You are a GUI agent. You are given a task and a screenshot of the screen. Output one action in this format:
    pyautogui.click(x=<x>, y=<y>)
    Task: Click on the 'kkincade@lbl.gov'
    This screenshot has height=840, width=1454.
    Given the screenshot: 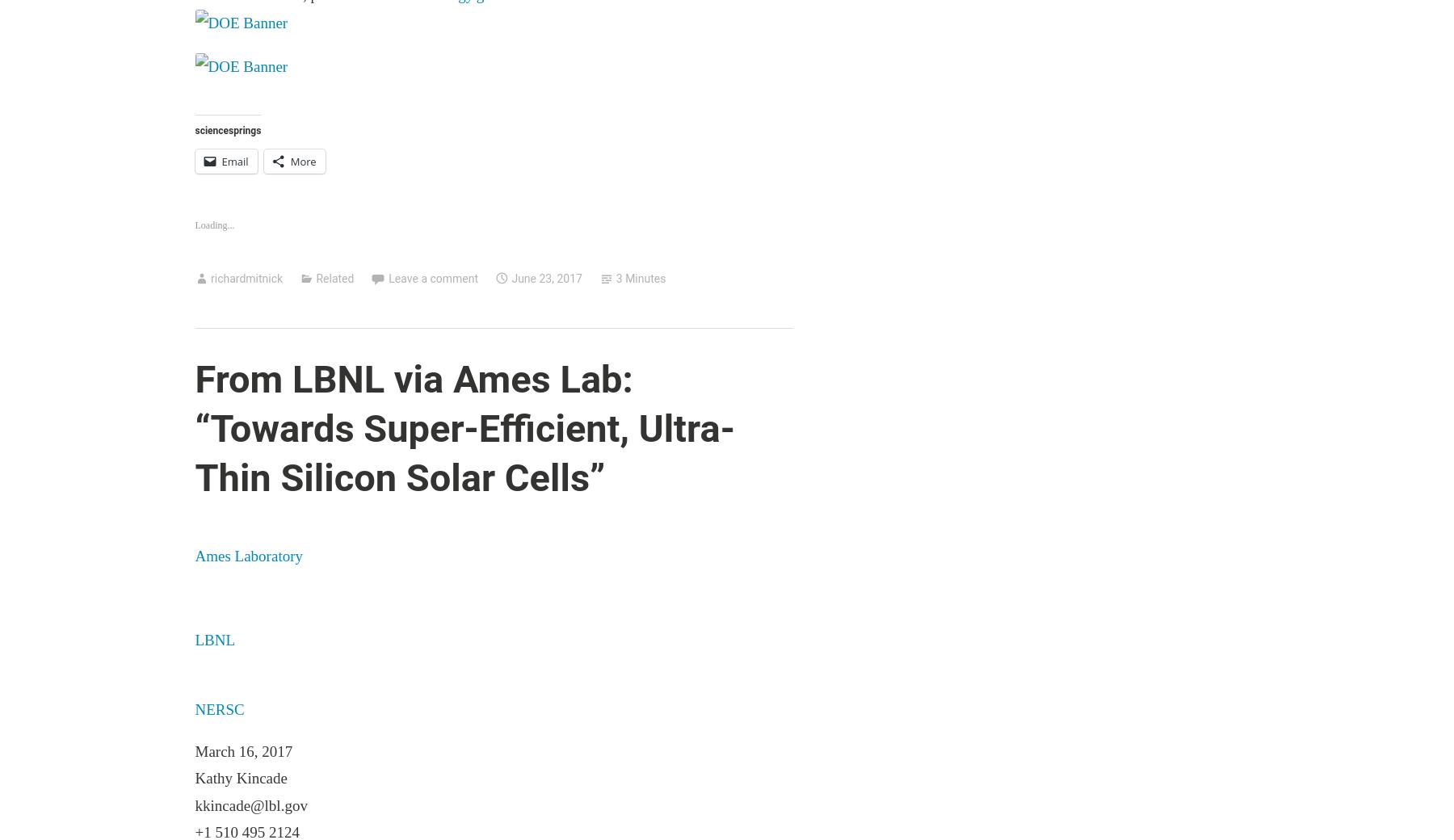 What is the action you would take?
    pyautogui.click(x=250, y=804)
    